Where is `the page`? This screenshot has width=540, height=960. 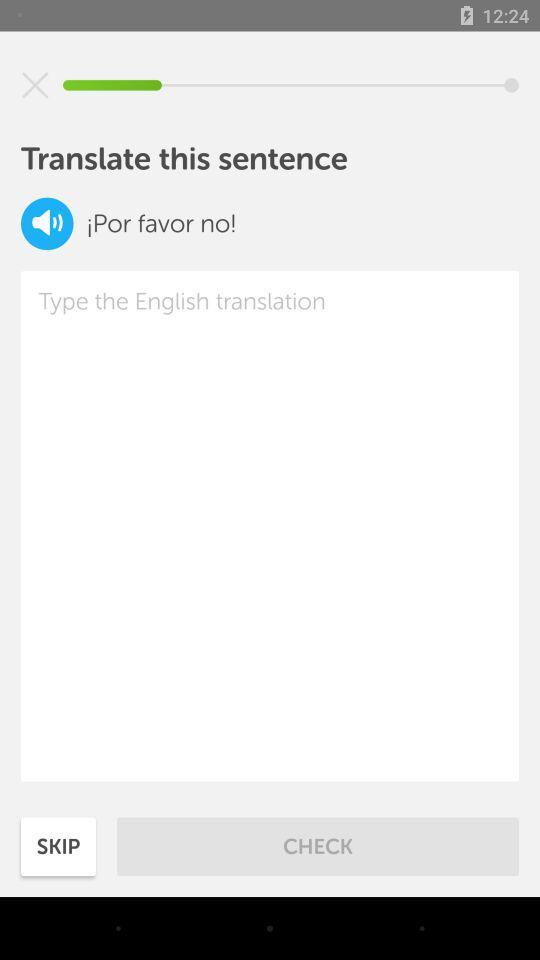
the page is located at coordinates (35, 85).